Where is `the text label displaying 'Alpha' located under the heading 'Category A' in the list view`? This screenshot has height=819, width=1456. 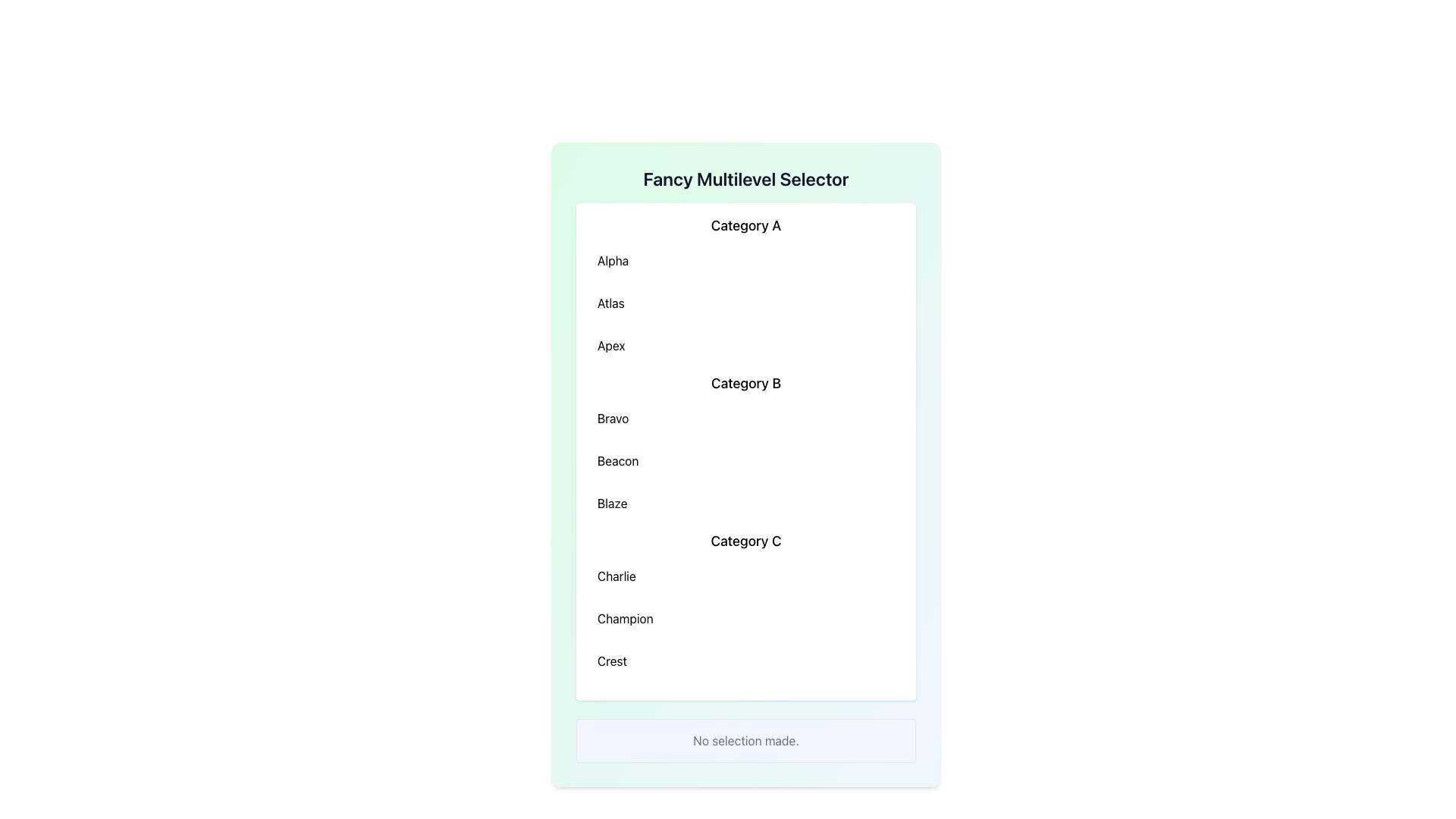 the text label displaying 'Alpha' located under the heading 'Category A' in the list view is located at coordinates (613, 259).